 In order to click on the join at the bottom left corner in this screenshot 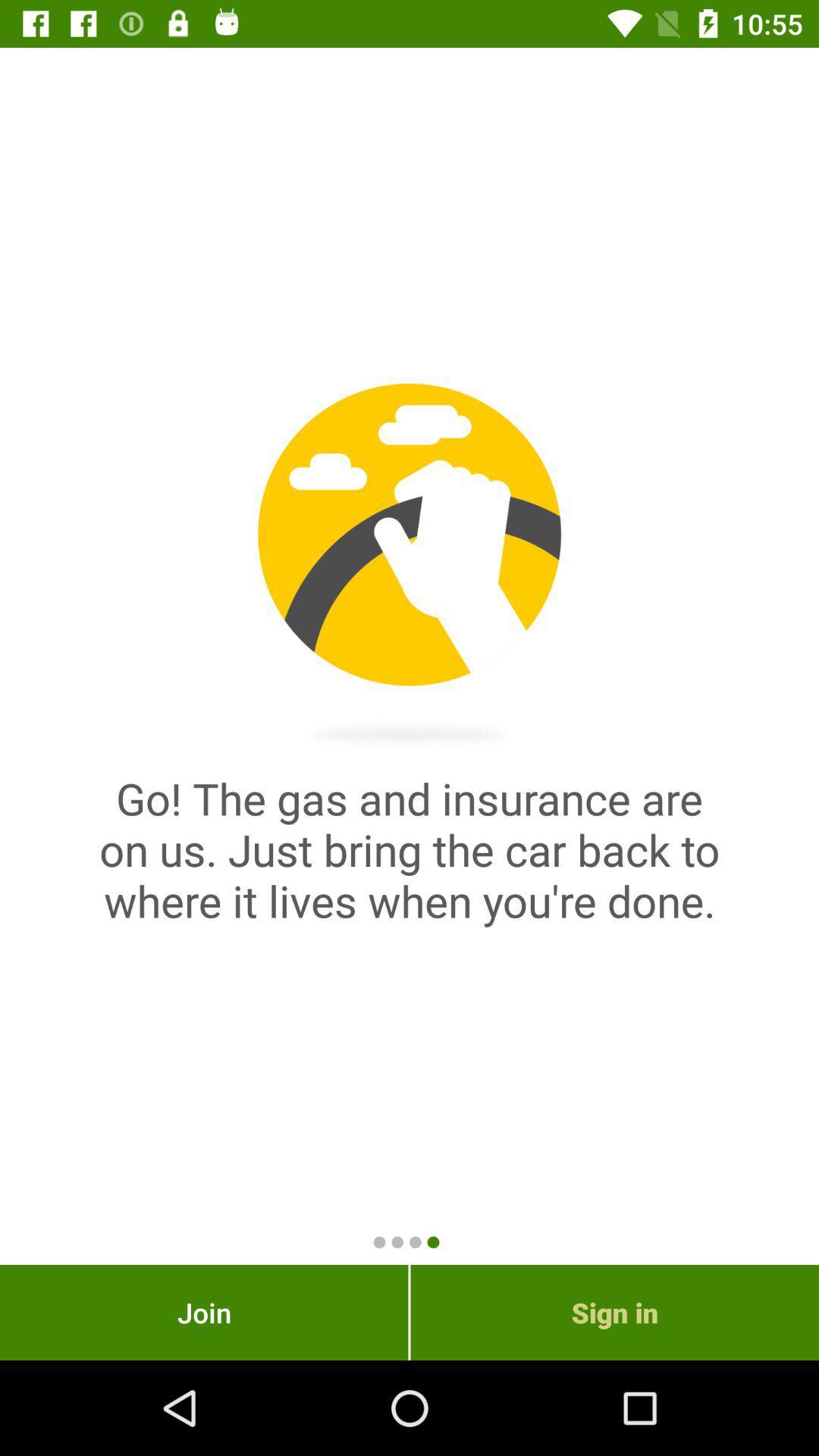, I will do `click(203, 1312)`.